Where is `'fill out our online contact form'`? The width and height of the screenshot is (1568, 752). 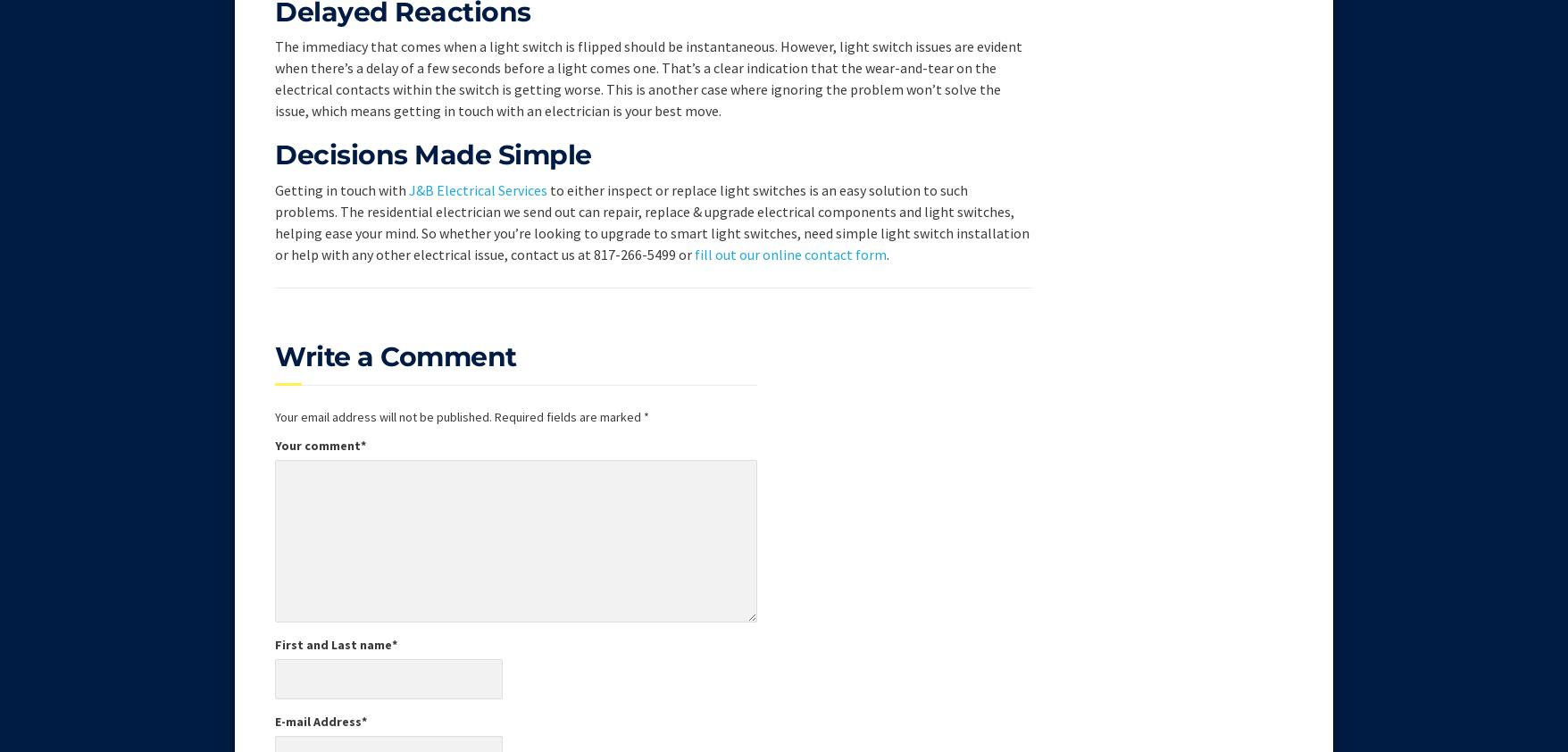
'fill out our online contact form' is located at coordinates (790, 254).